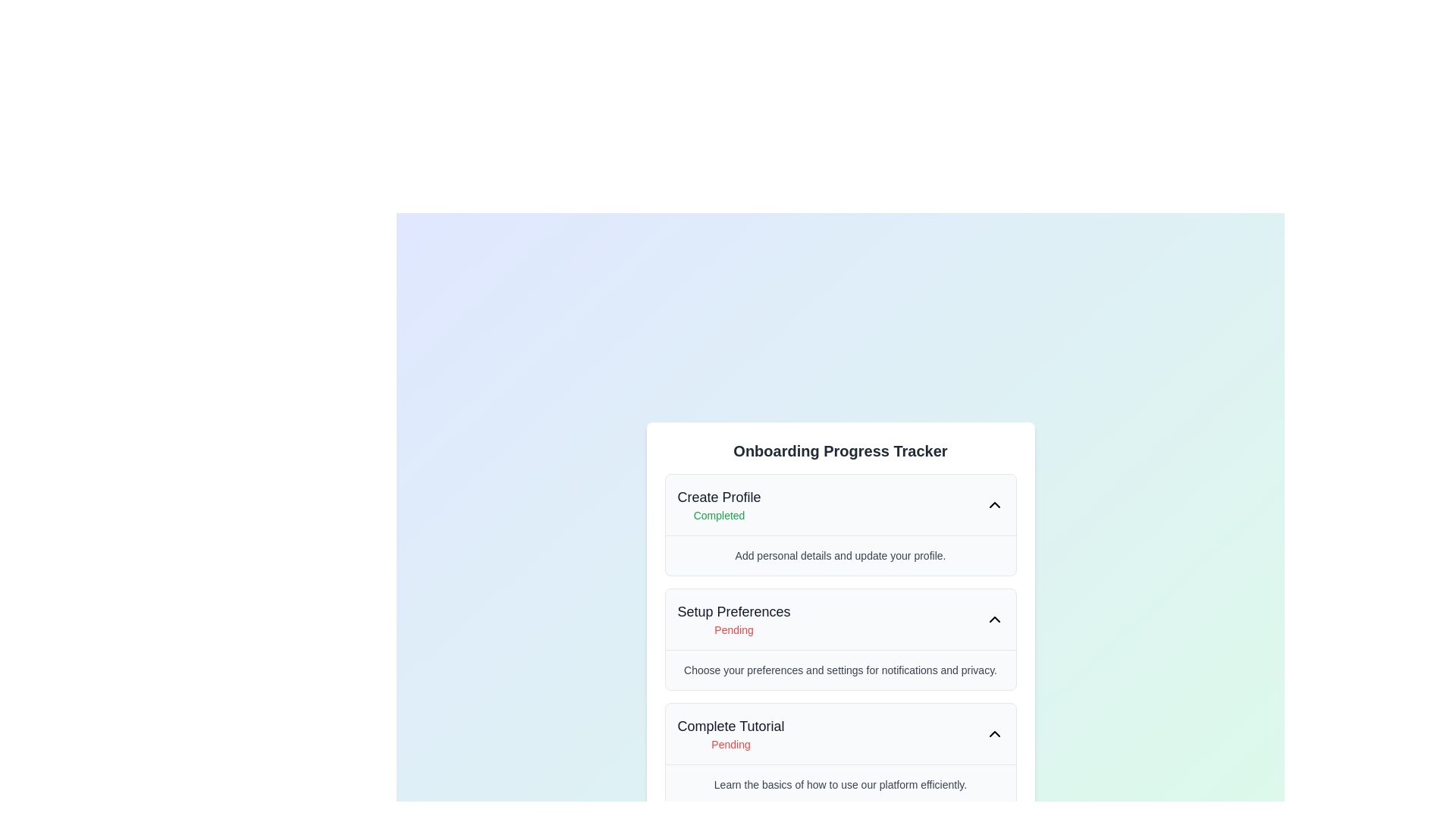 The image size is (1456, 819). Describe the element at coordinates (994, 619) in the screenshot. I see `the Chevron toggle button located in the top-right corner of the 'Setup Preferences' section` at that location.